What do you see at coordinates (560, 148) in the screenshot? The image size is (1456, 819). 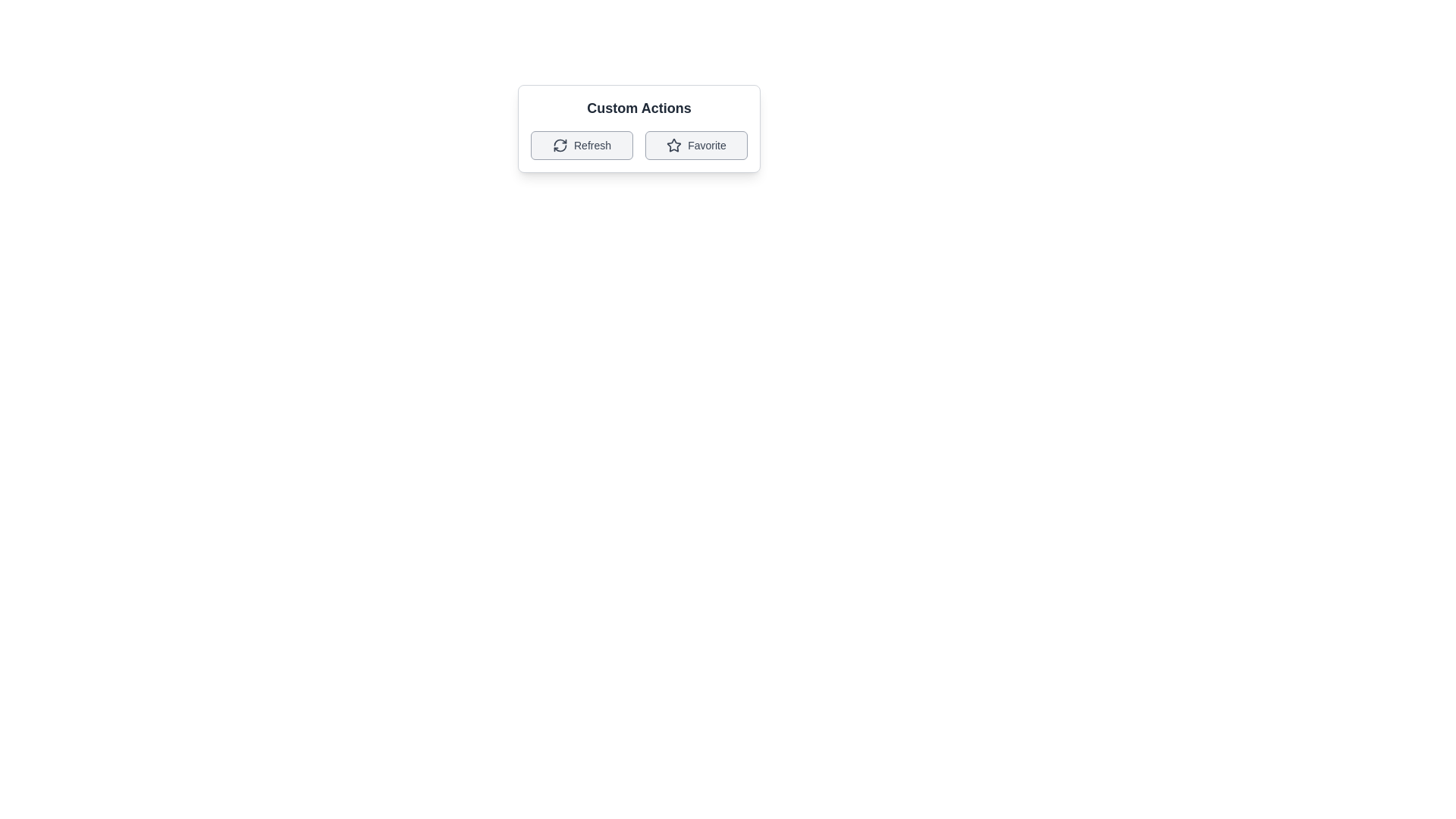 I see `the lower semi-circular arc of the refresh icon within the 'Refresh' button in the 'Custom Actions' section` at bounding box center [560, 148].